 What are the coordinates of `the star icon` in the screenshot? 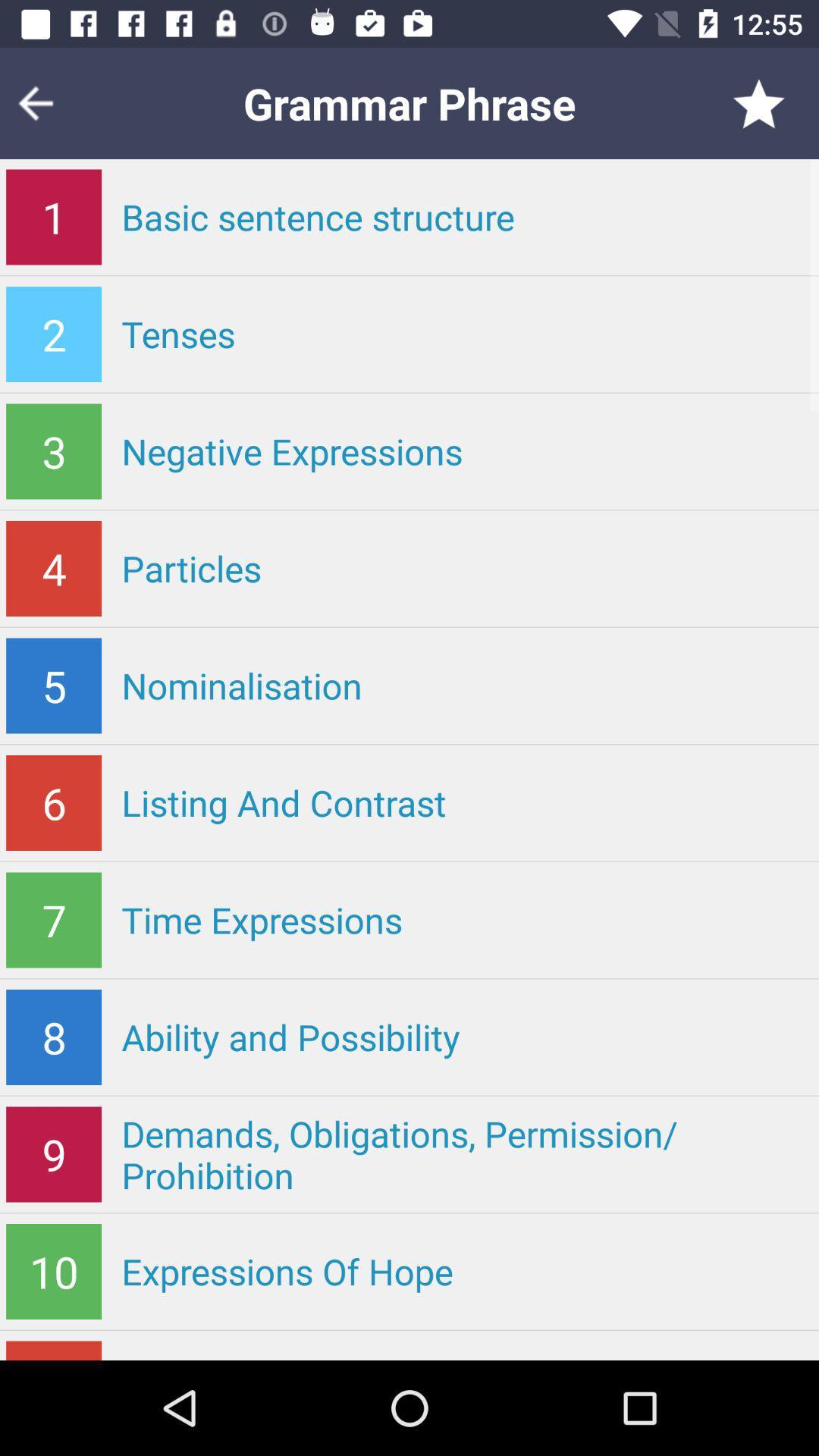 It's located at (748, 102).